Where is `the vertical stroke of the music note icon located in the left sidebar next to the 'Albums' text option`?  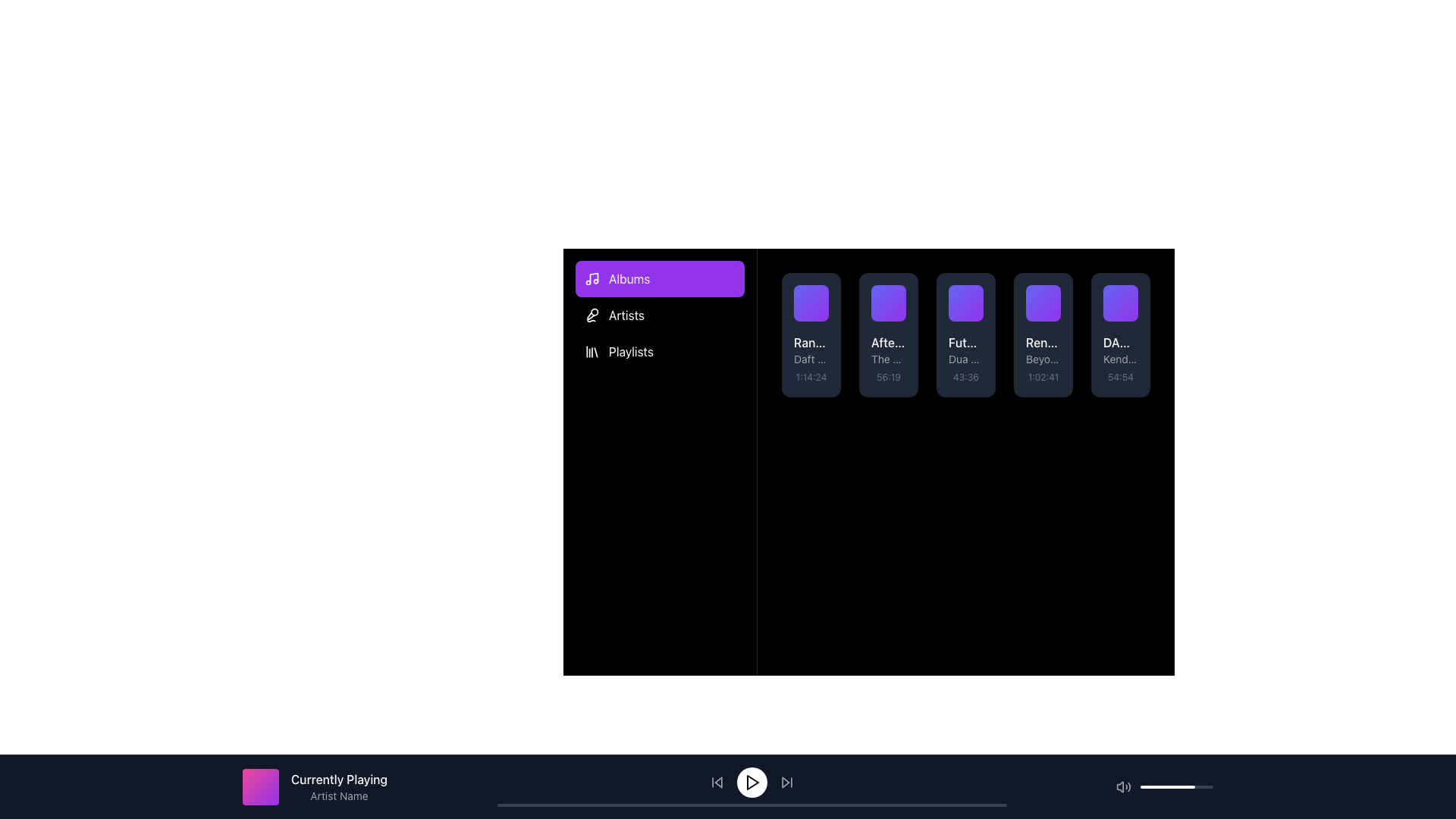 the vertical stroke of the music note icon located in the left sidebar next to the 'Albums' text option is located at coordinates (593, 278).